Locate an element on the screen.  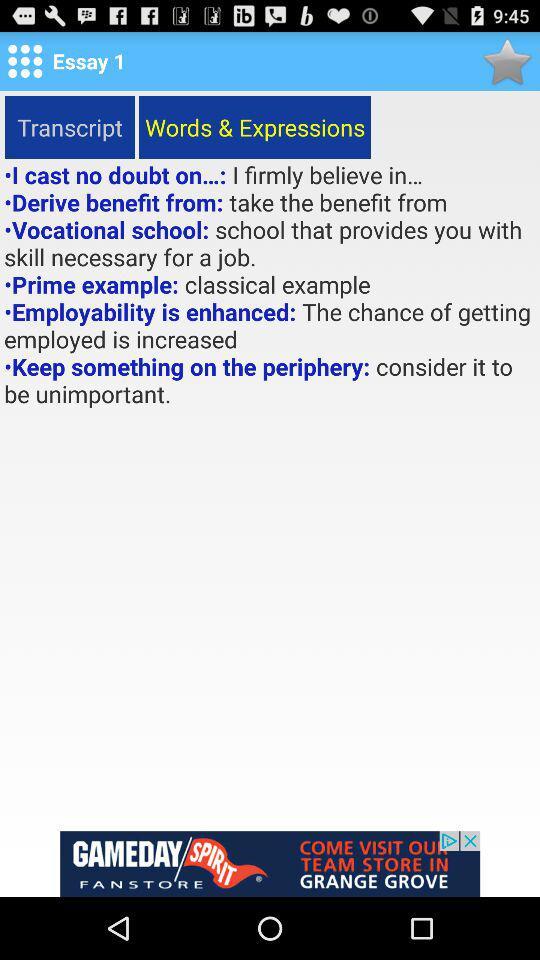
more options is located at coordinates (24, 61).